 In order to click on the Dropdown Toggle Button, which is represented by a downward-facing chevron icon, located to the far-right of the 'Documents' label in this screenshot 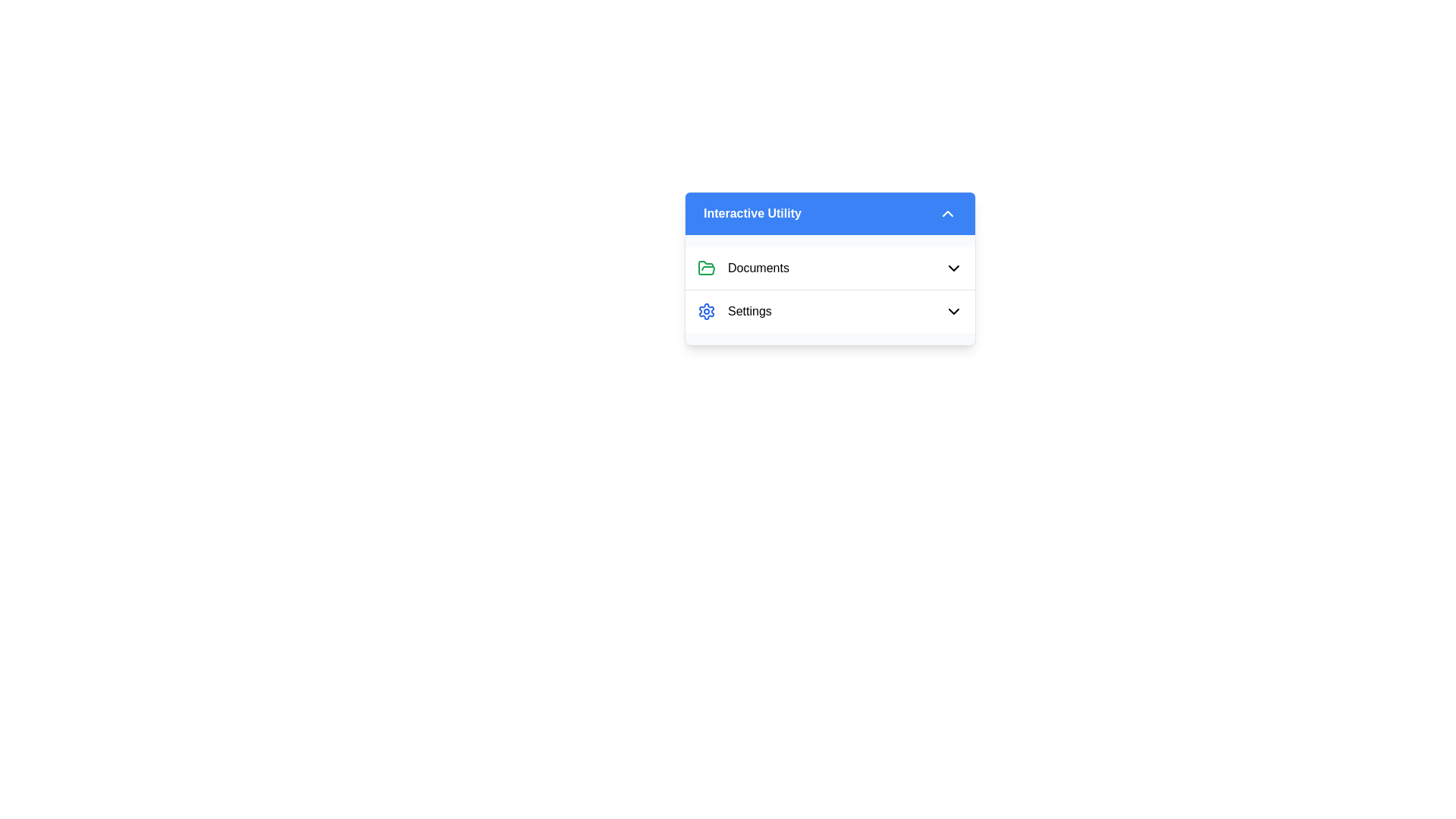, I will do `click(952, 268)`.